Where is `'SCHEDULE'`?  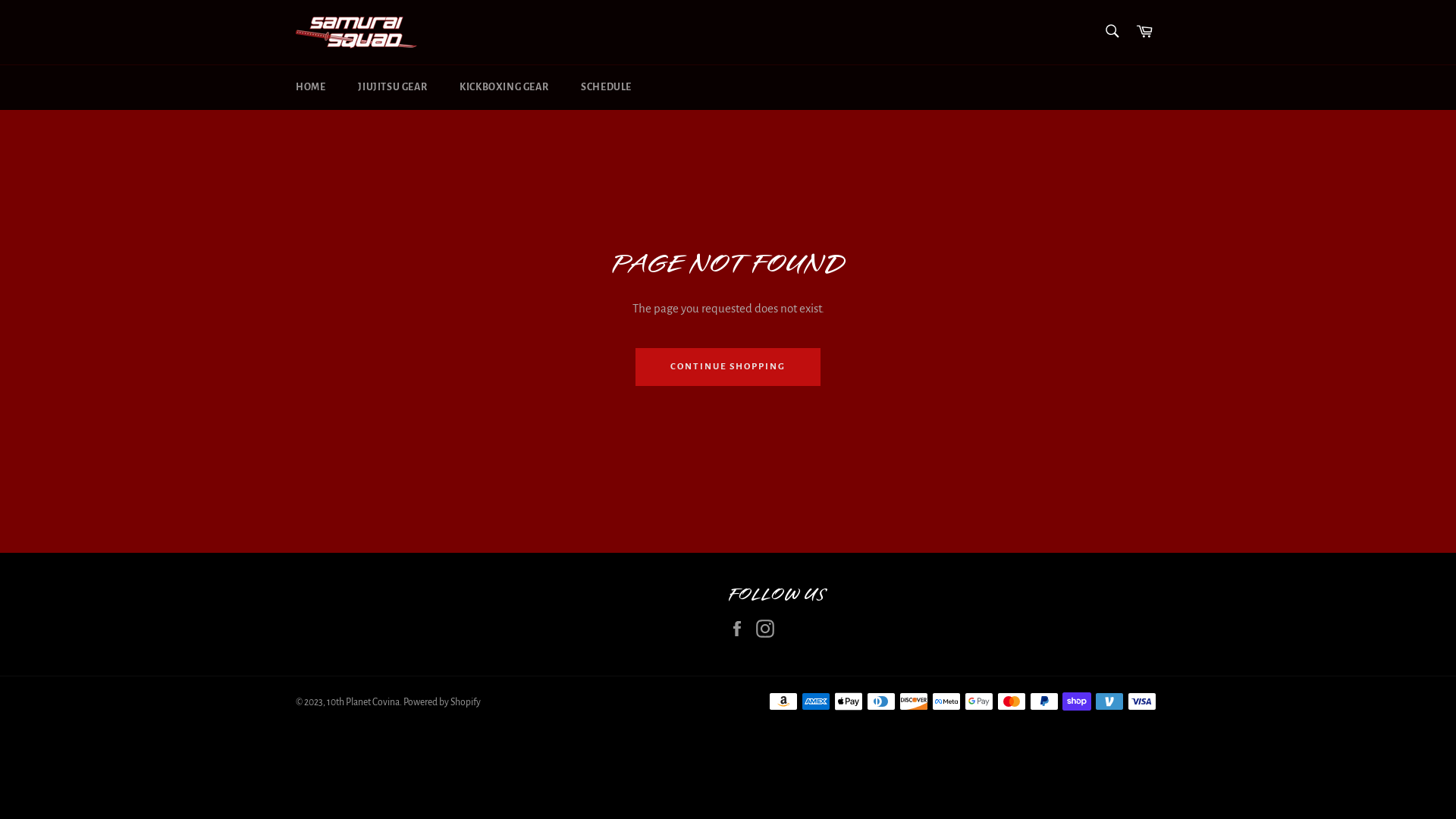 'SCHEDULE' is located at coordinates (605, 87).